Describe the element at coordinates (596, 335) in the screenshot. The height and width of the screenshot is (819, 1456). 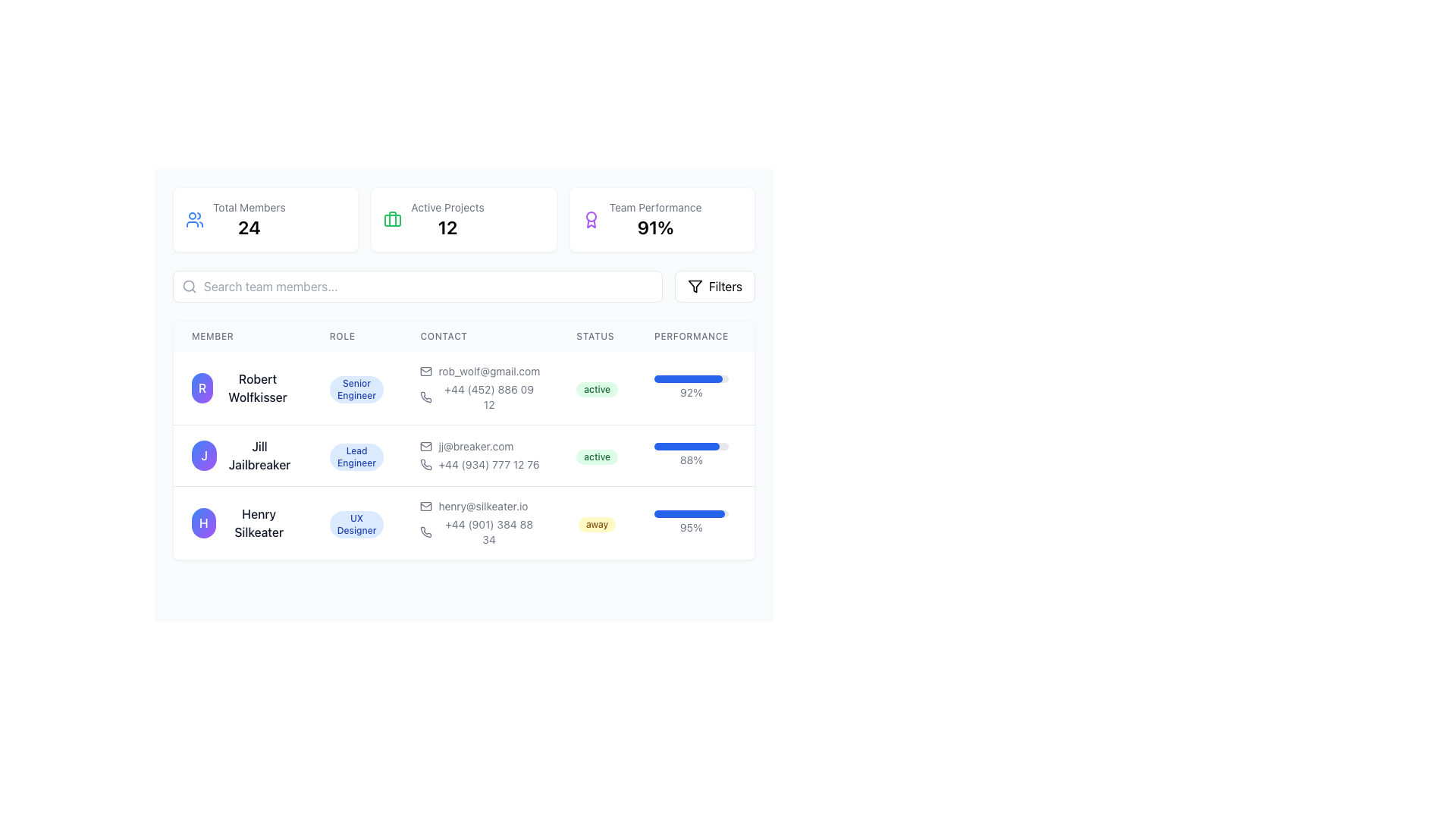
I see `the 'Status' column header label, which is the fourth column in the table, located between the 'Contact' and 'Performance' columns` at that location.